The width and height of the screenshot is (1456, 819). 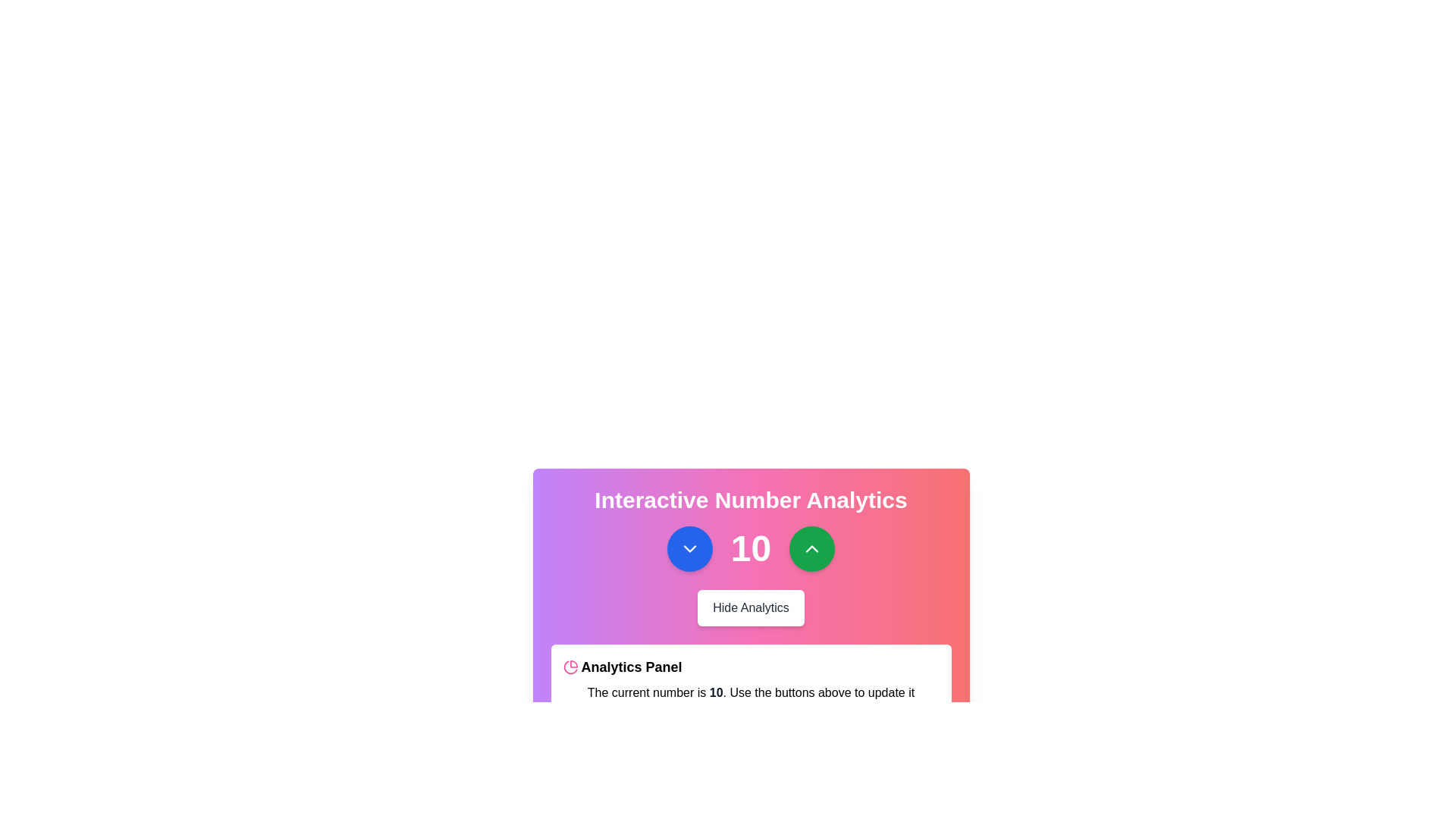 What do you see at coordinates (811, 549) in the screenshot?
I see `the increment button` at bounding box center [811, 549].